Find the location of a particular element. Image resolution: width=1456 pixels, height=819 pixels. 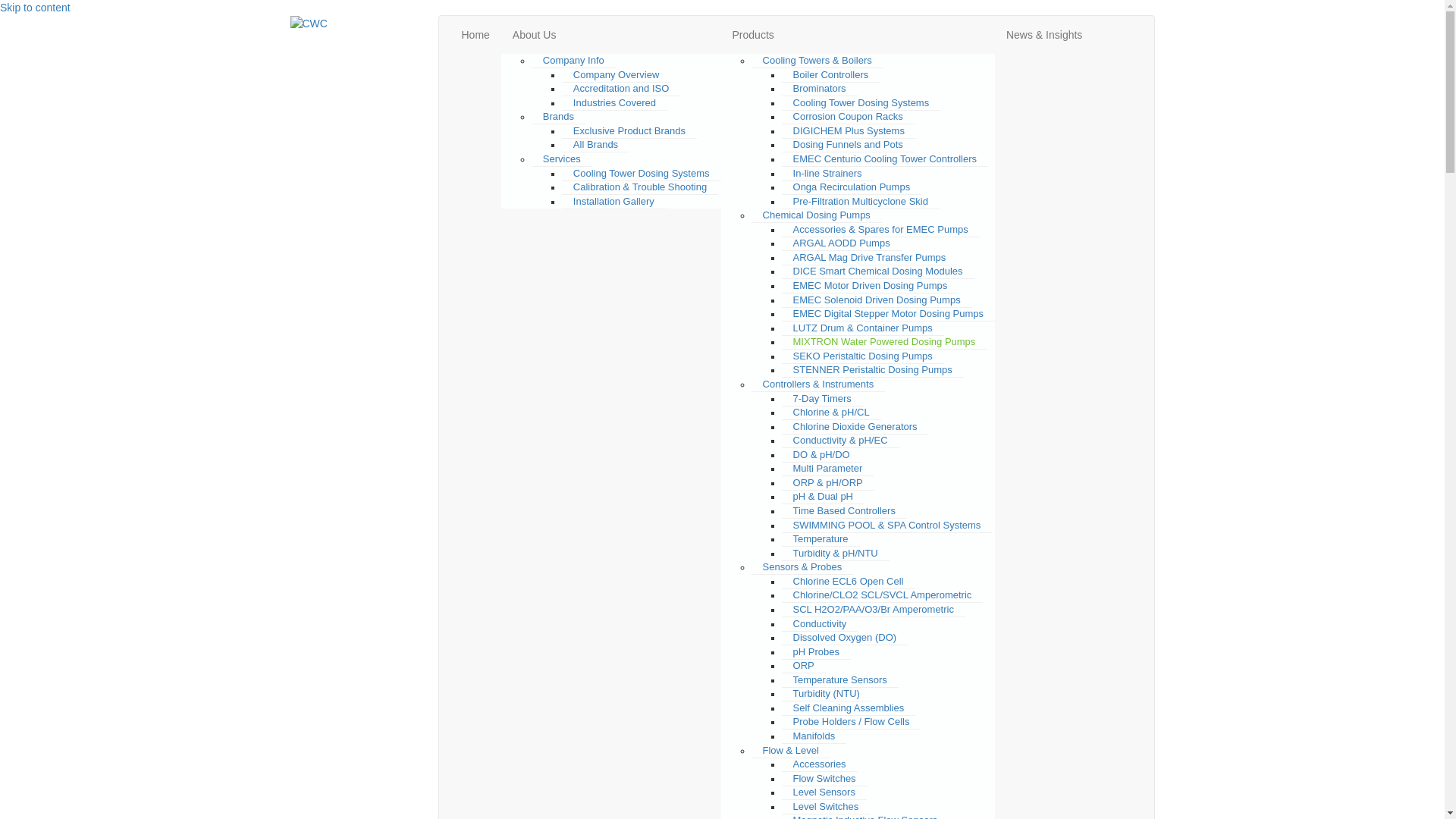

'Industries Covered' is located at coordinates (614, 102).